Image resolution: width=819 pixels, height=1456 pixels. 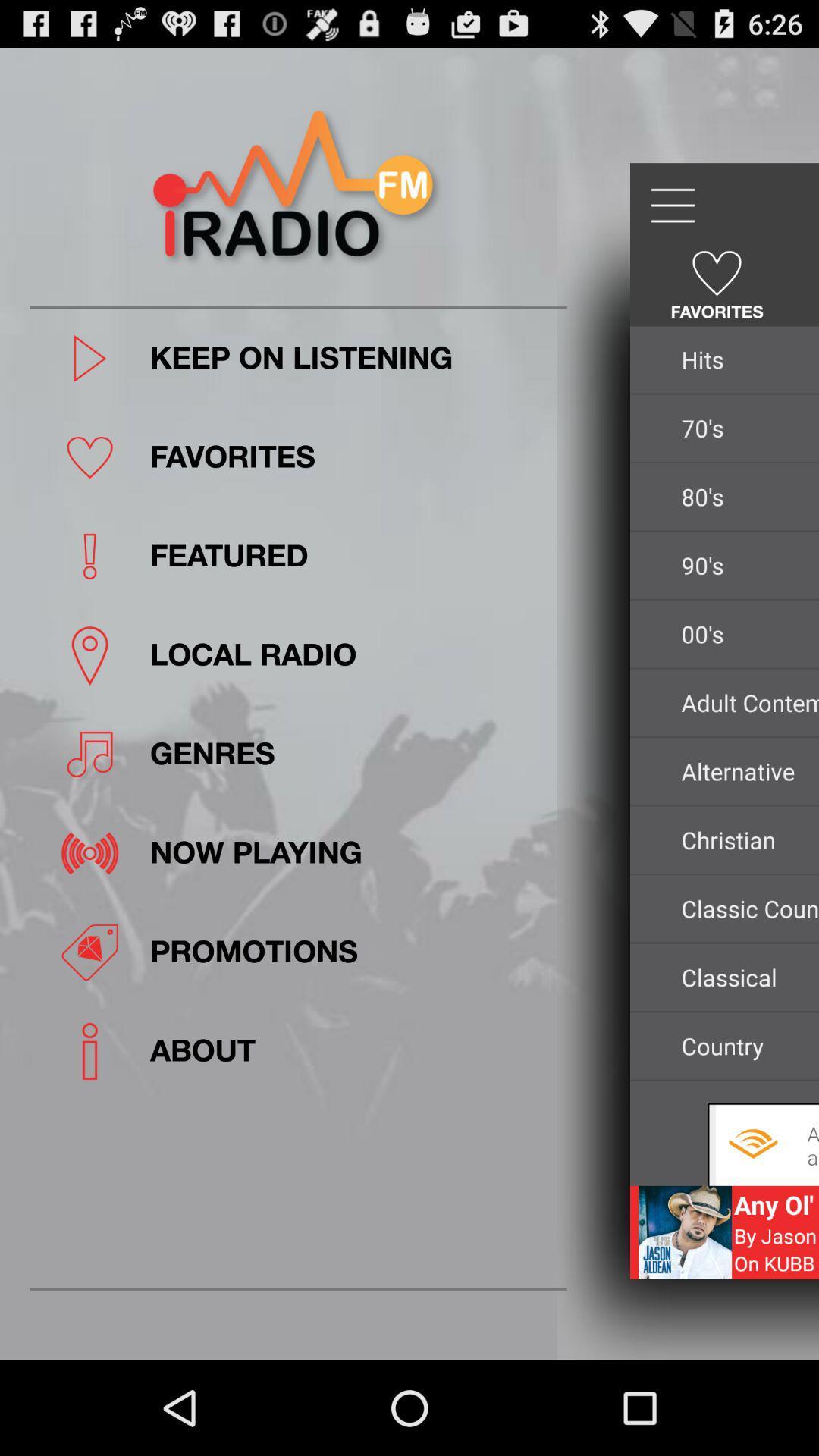 I want to click on action dots, so click(x=671, y=205).